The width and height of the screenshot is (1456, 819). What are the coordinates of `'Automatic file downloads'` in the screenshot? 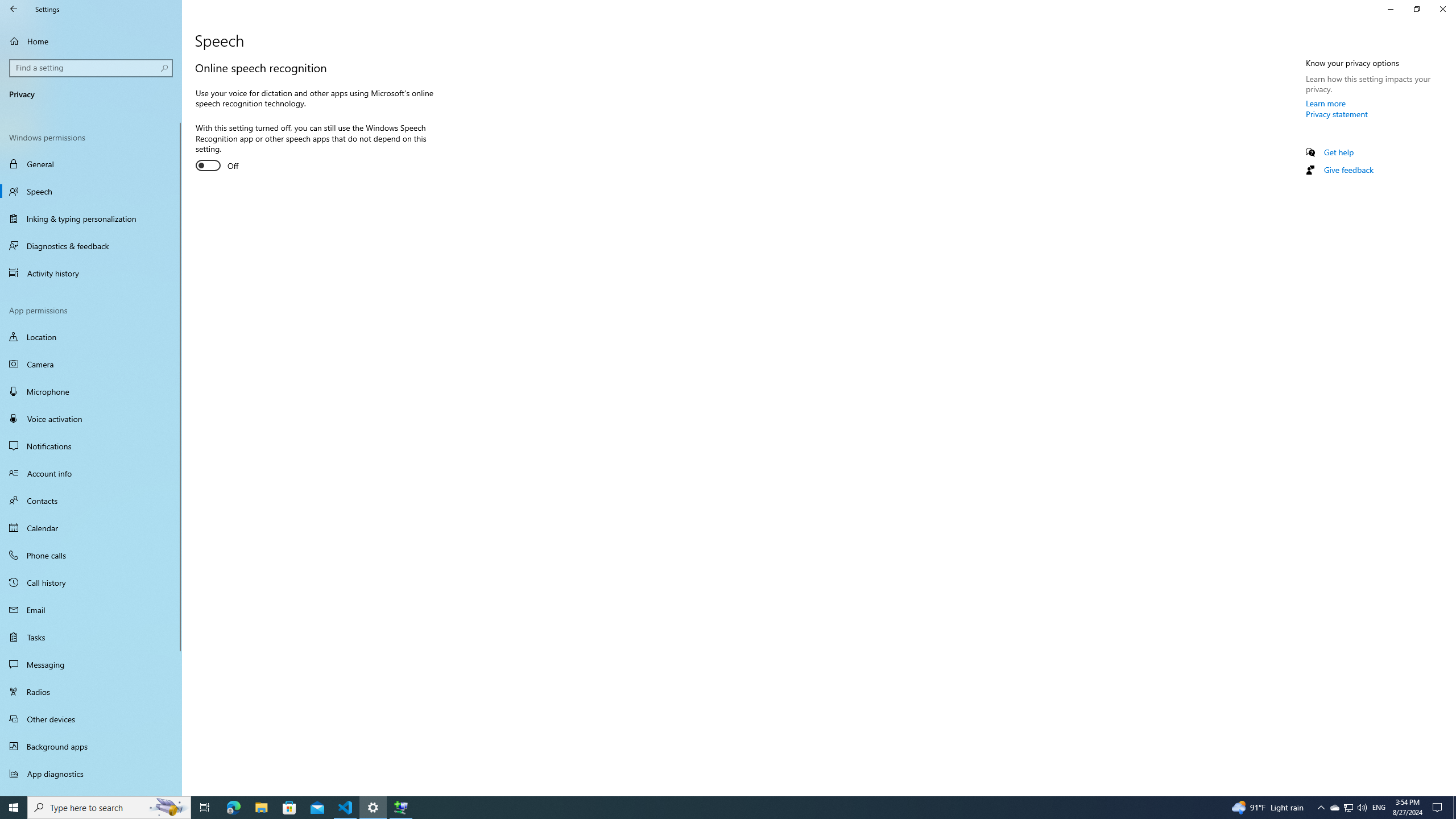 It's located at (90, 791).